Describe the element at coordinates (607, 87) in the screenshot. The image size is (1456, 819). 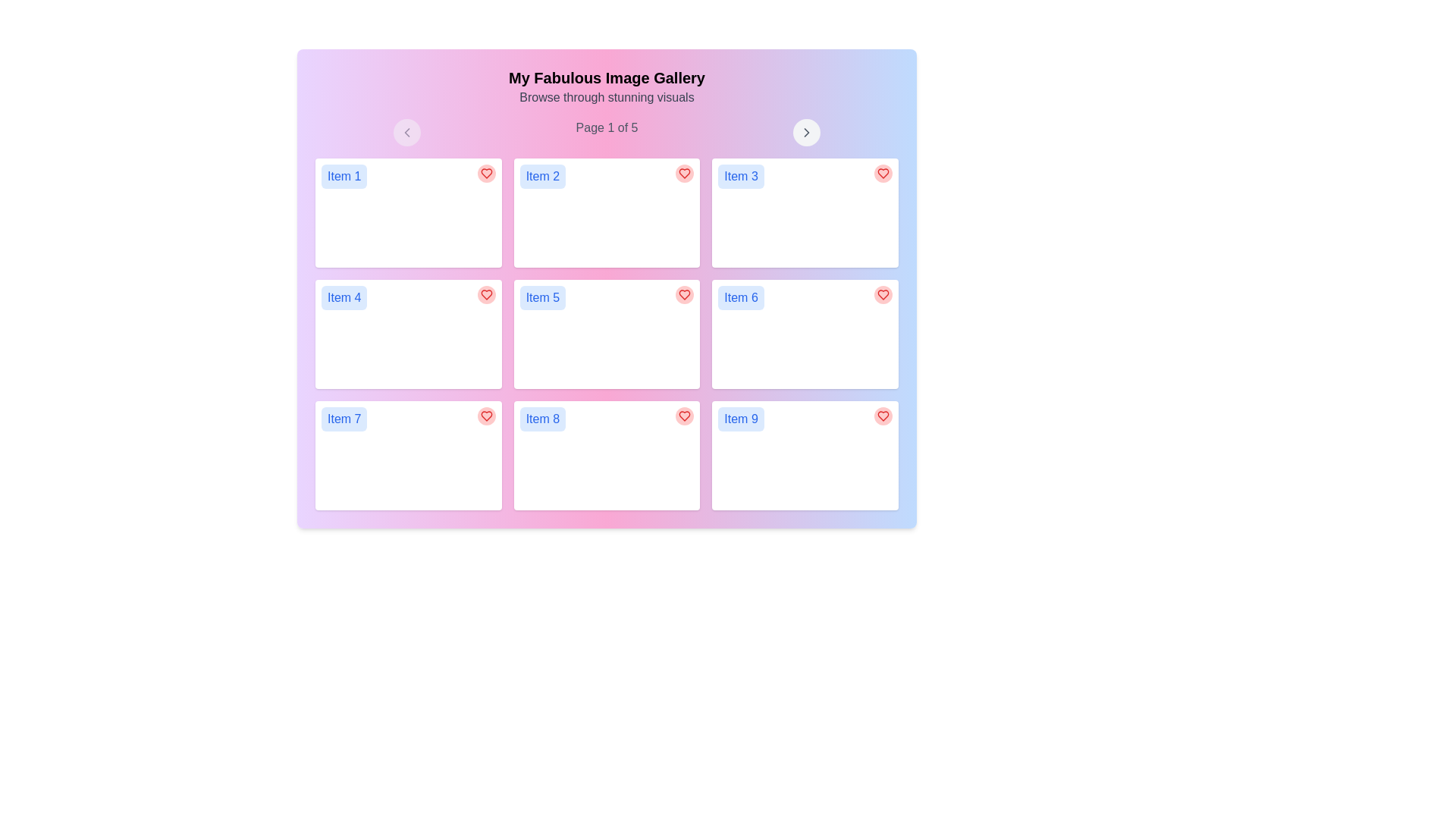
I see `text from the header element at the top of the image gallery, which includes the title and subtitle` at that location.